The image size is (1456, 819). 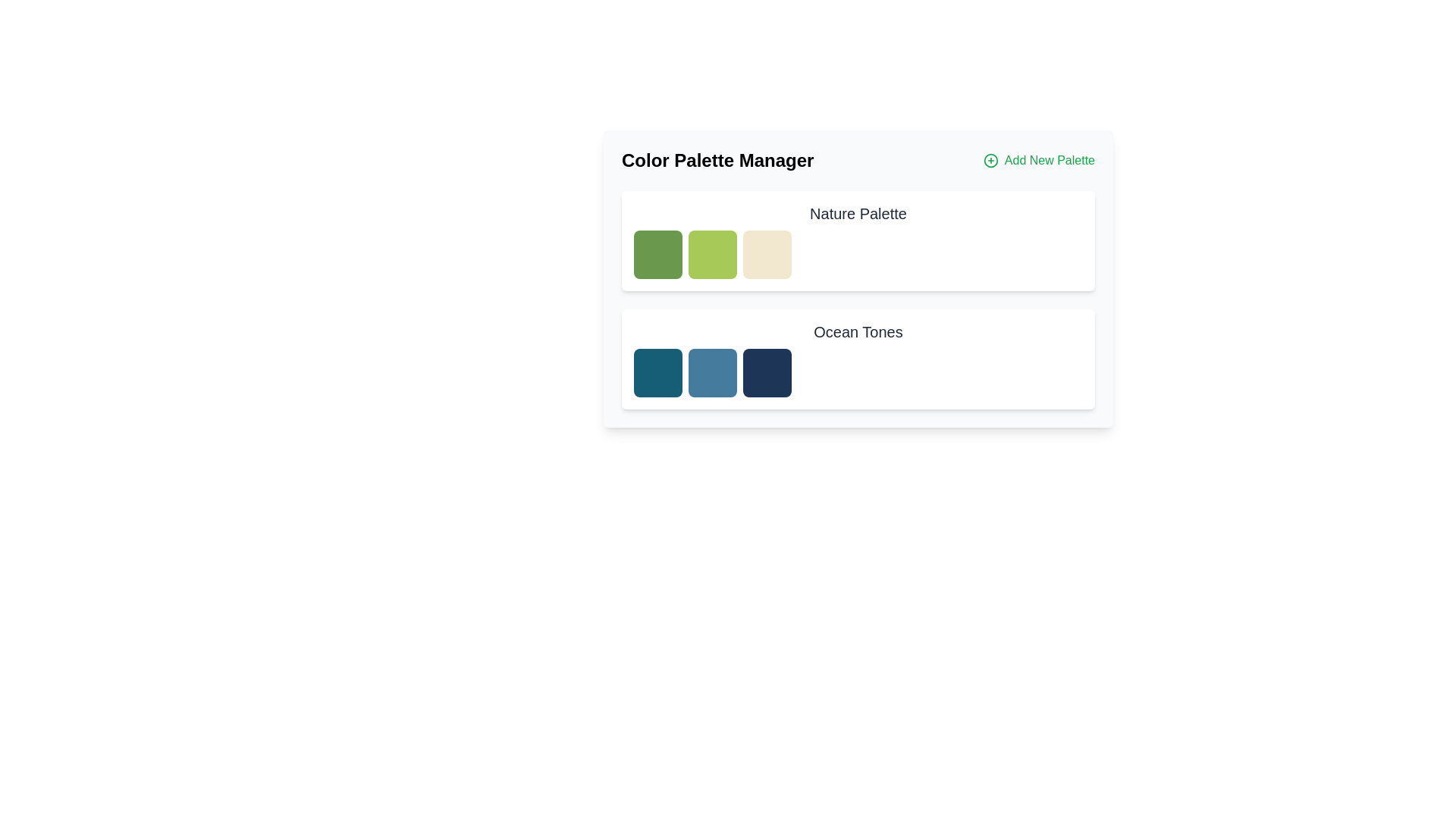 I want to click on the third color swatch in the 'Ocean Tones' section, so click(x=767, y=373).